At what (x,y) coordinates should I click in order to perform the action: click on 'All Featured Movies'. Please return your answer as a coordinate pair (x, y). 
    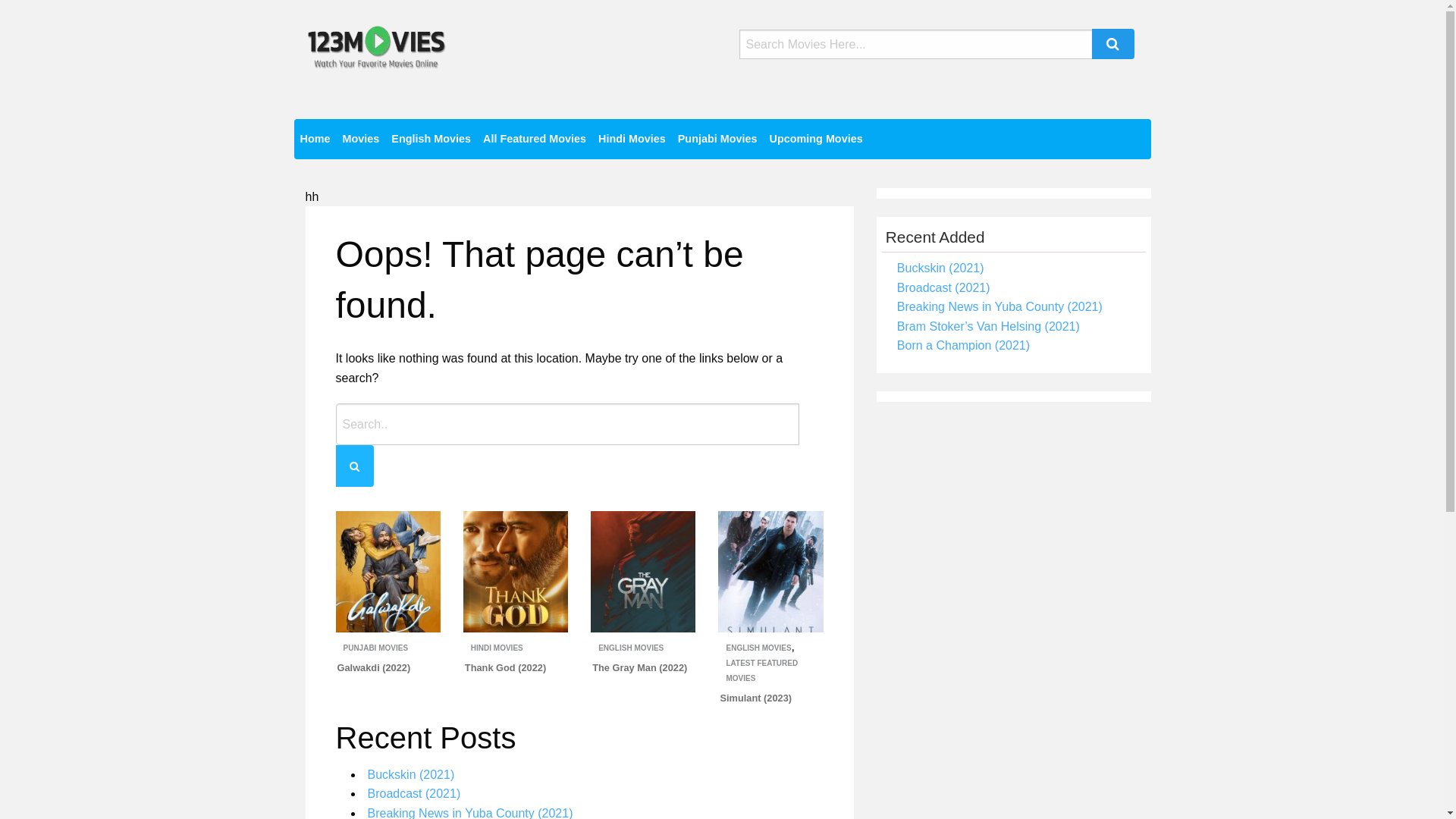
    Looking at the image, I should click on (535, 139).